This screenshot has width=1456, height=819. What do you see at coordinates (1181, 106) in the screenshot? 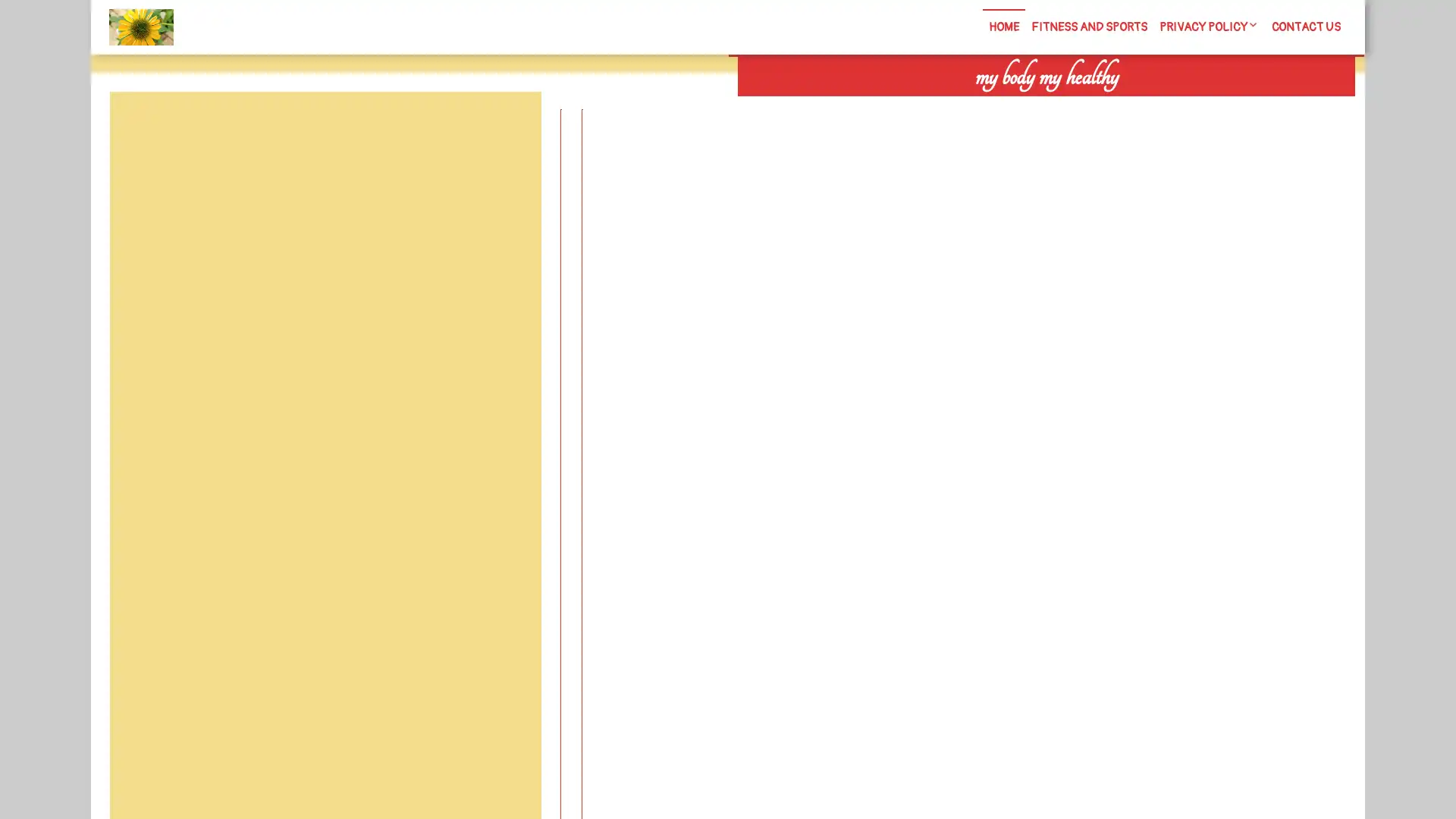
I see `Search` at bounding box center [1181, 106].